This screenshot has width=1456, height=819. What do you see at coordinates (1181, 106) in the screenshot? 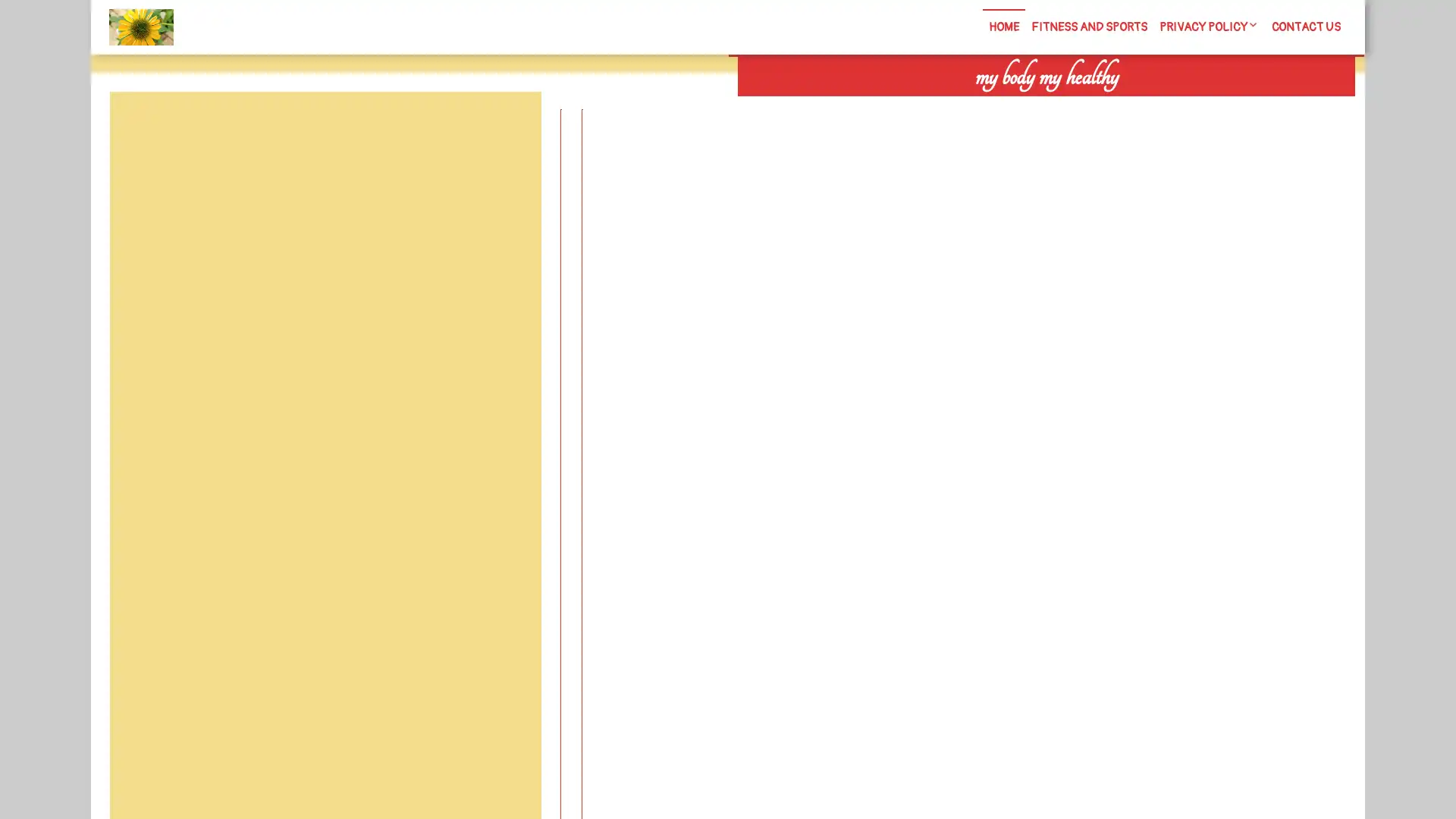
I see `Search` at bounding box center [1181, 106].